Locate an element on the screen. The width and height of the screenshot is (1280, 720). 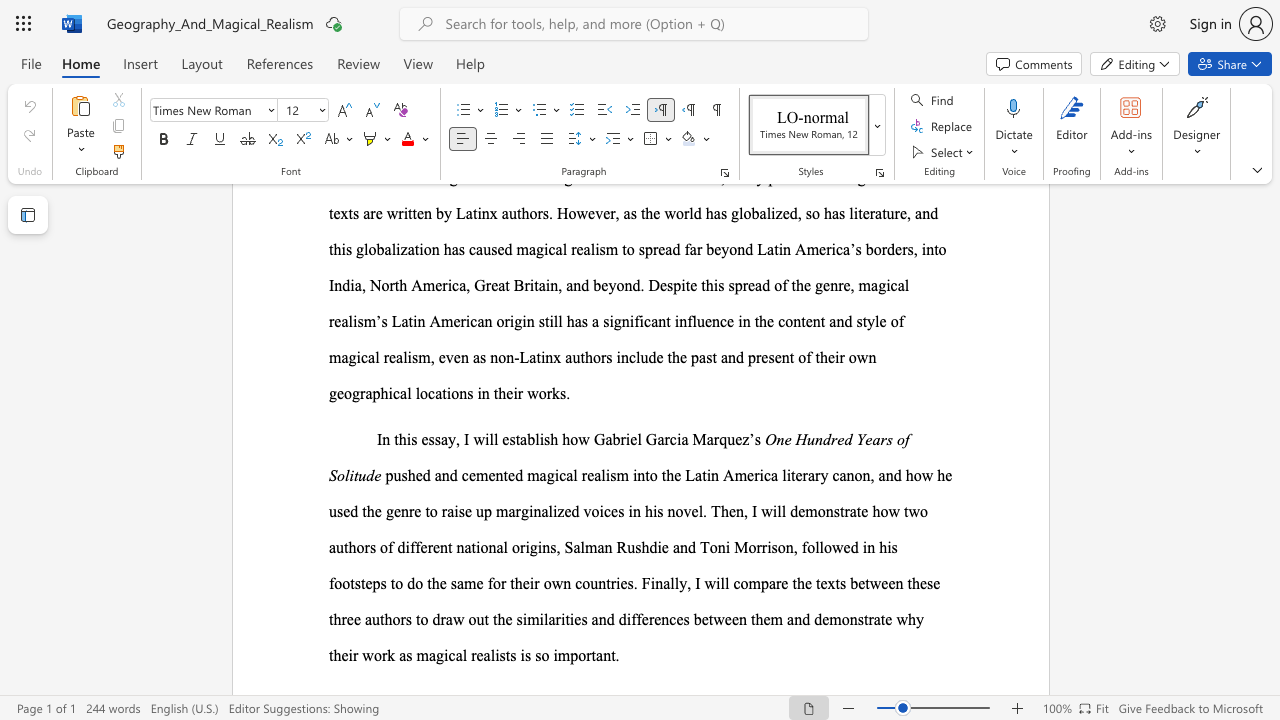
the subset text "Years" within the text "One Hundred Years of Solitude" is located at coordinates (856, 438).